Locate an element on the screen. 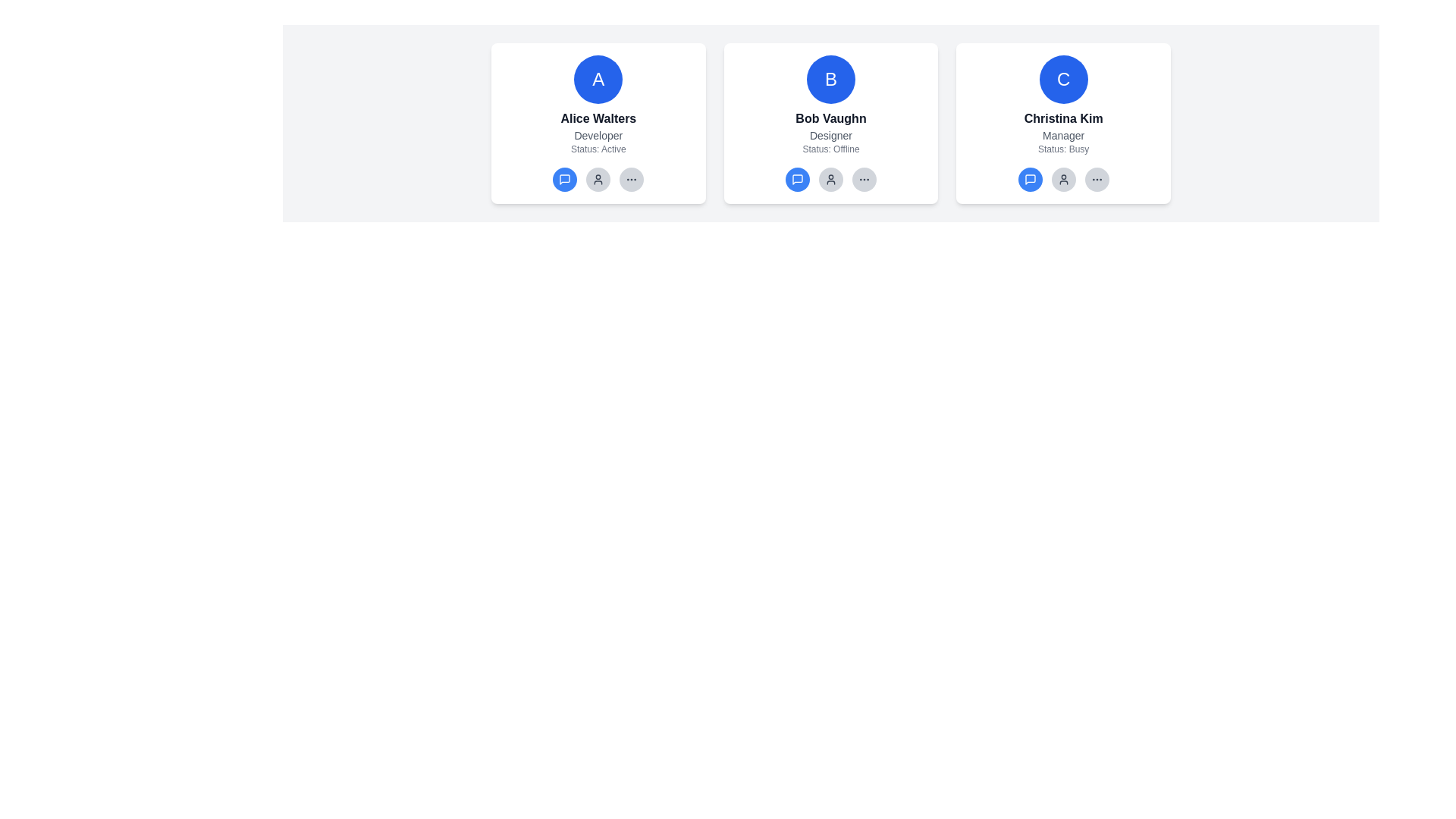  the round button with a gray background and user icon, located below 'Bob Vaughn Designer Status: Offline' in the central card of a three-card layout is located at coordinates (830, 178).